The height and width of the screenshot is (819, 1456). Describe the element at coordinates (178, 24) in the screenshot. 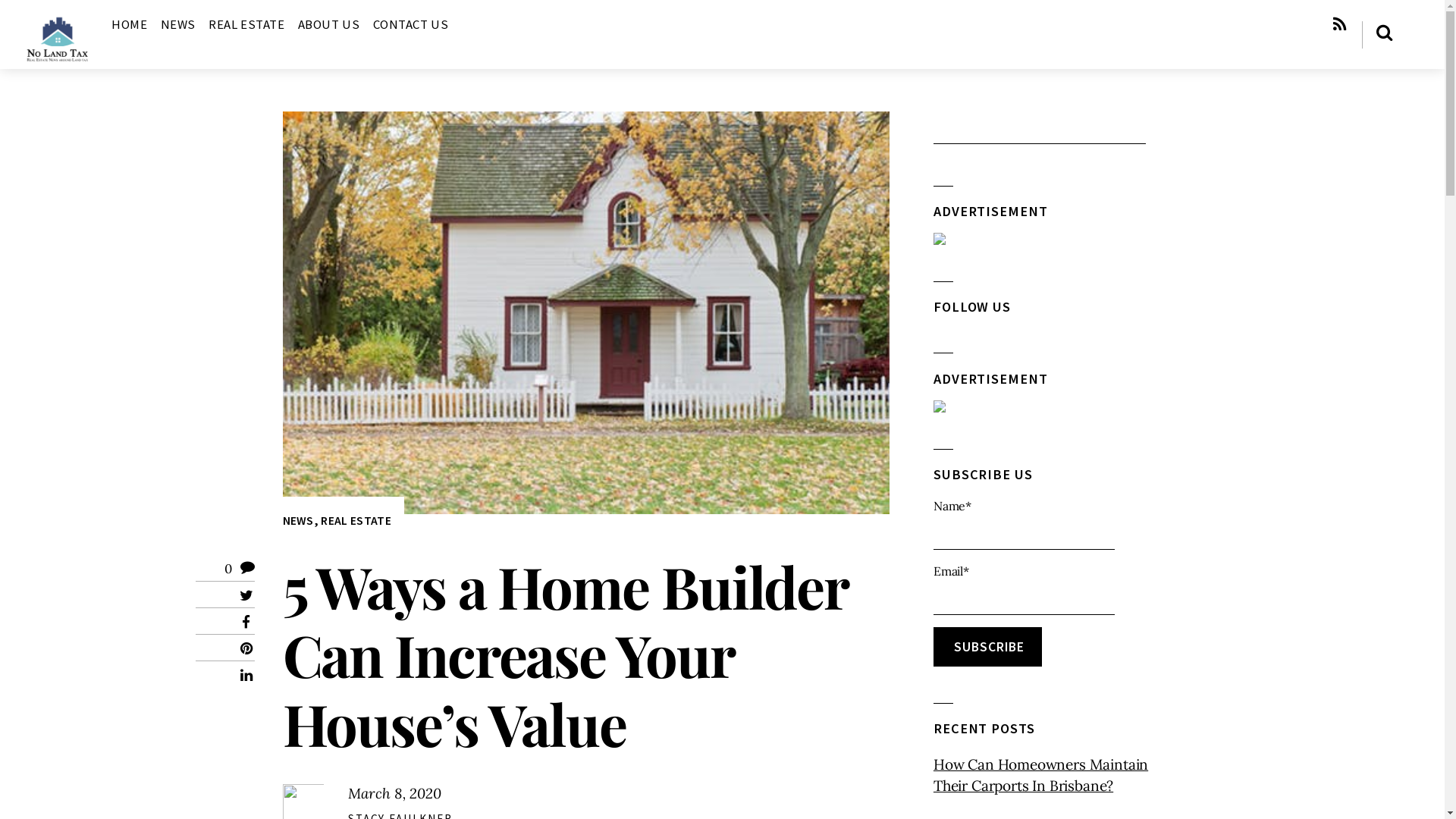

I see `'NEWS'` at that location.